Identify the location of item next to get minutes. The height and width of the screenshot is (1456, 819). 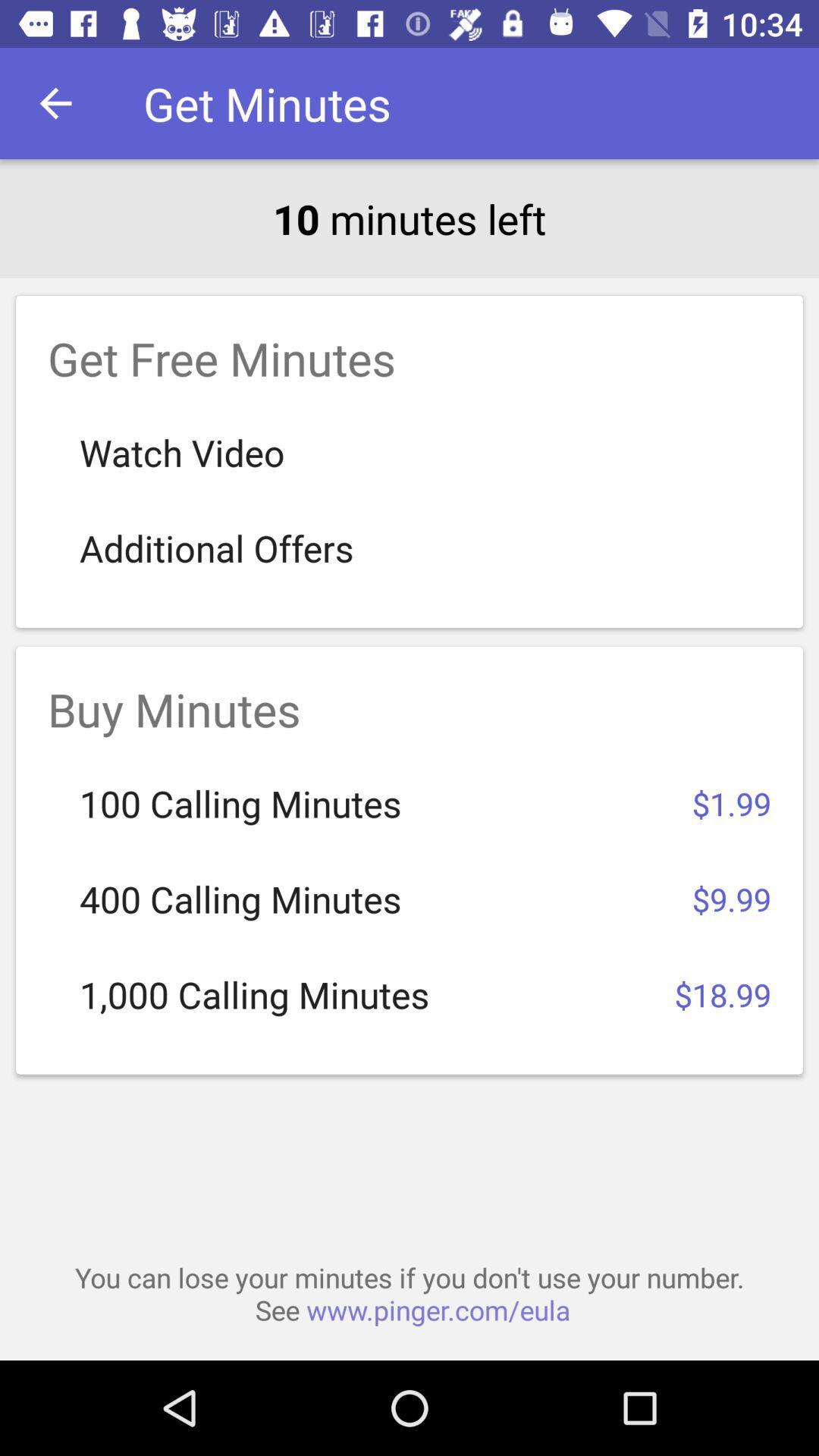
(55, 102).